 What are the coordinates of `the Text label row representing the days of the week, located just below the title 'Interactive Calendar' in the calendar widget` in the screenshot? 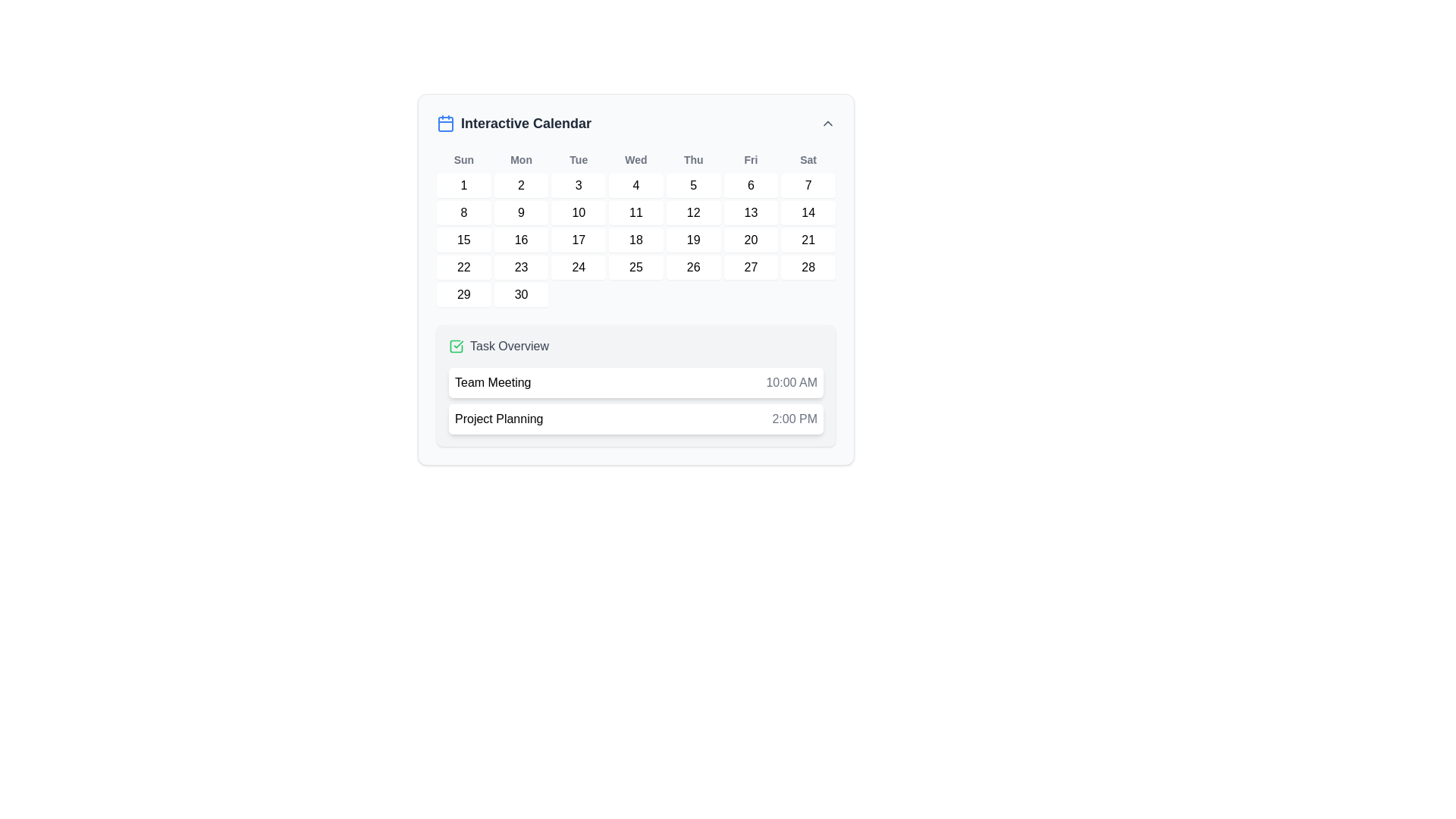 It's located at (636, 160).